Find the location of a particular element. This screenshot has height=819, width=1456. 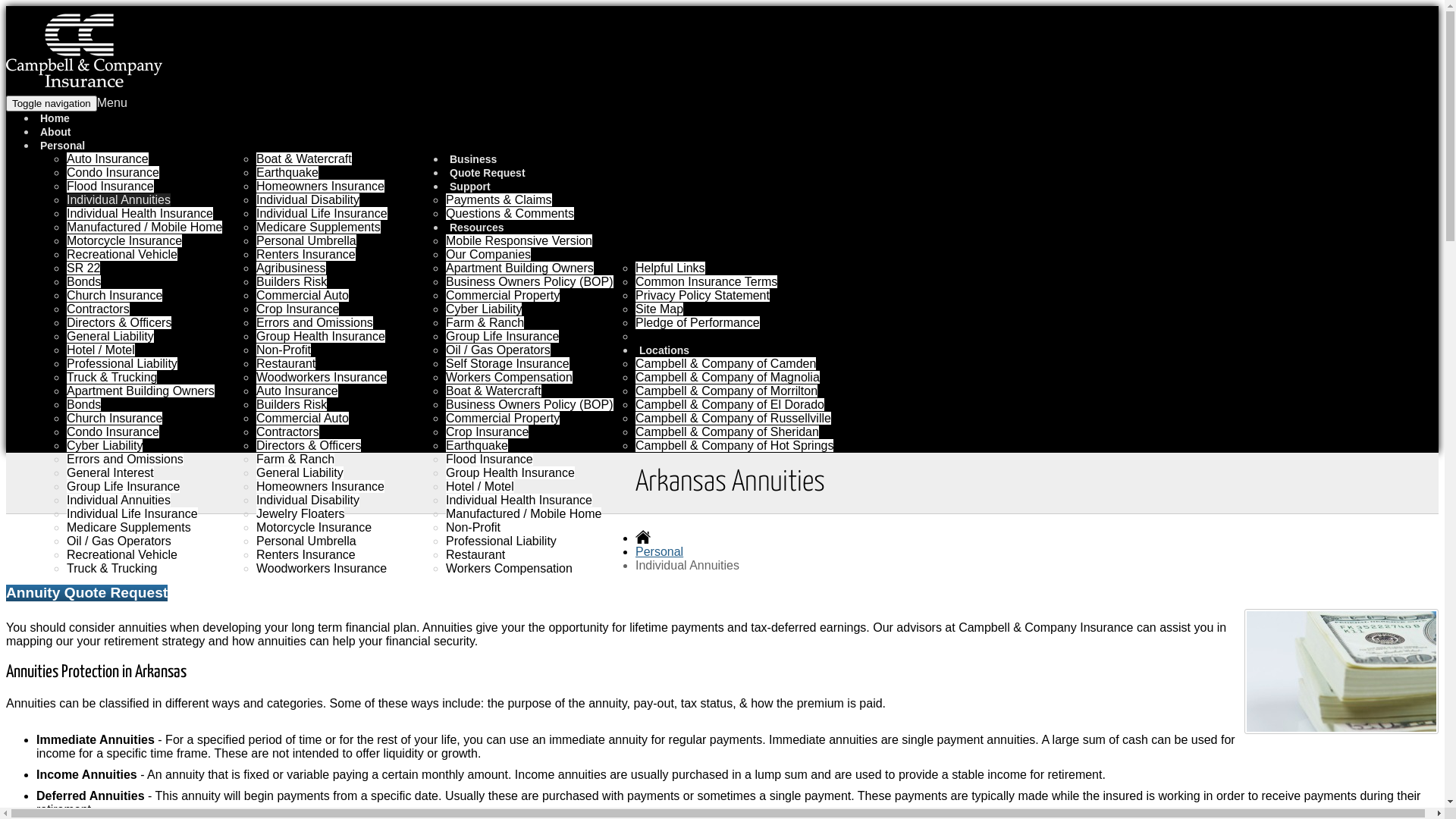

'Truck & Trucking' is located at coordinates (111, 376).